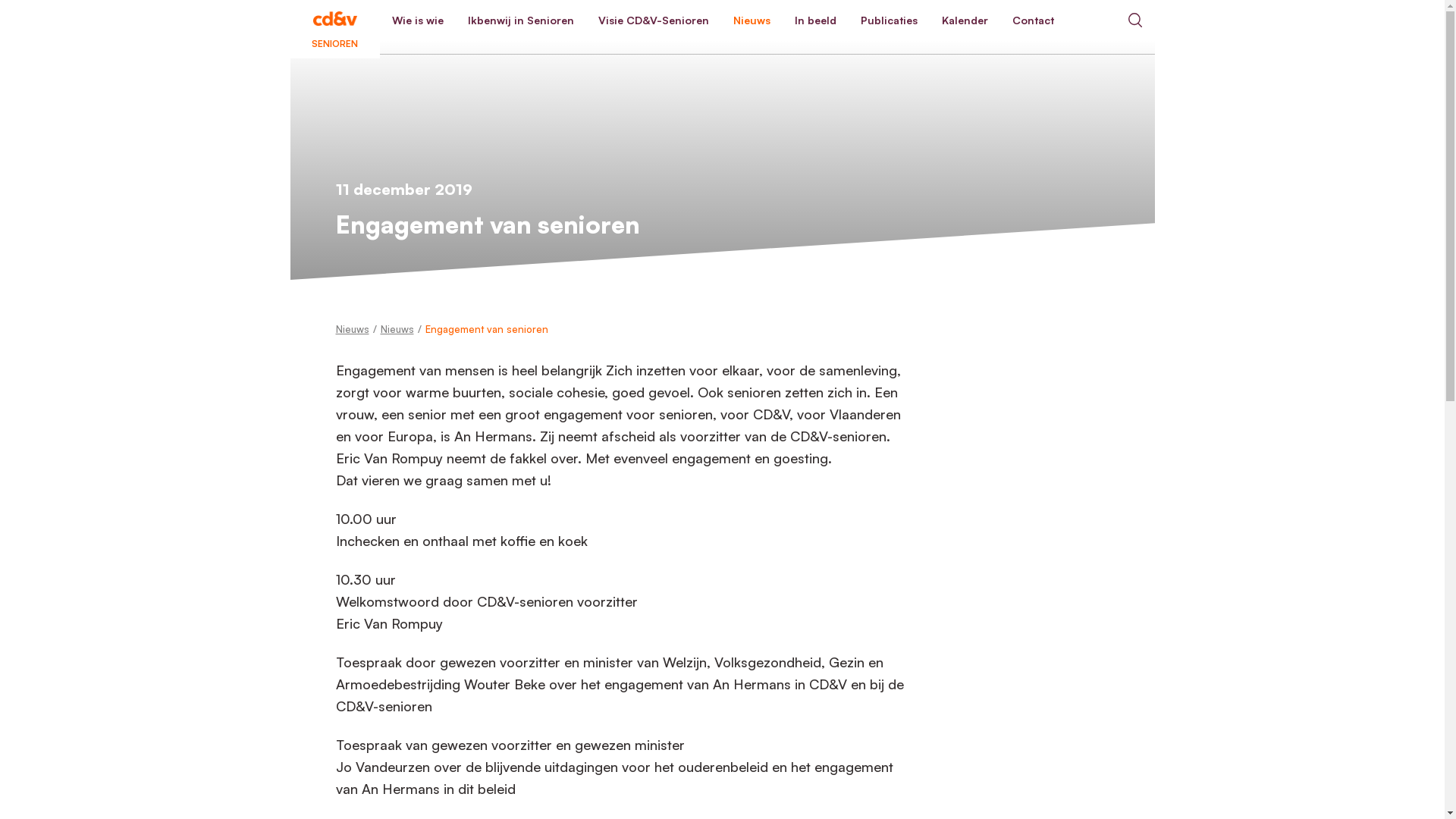 This screenshot has width=1456, height=819. Describe the element at coordinates (814, 20) in the screenshot. I see `'In beeld'` at that location.